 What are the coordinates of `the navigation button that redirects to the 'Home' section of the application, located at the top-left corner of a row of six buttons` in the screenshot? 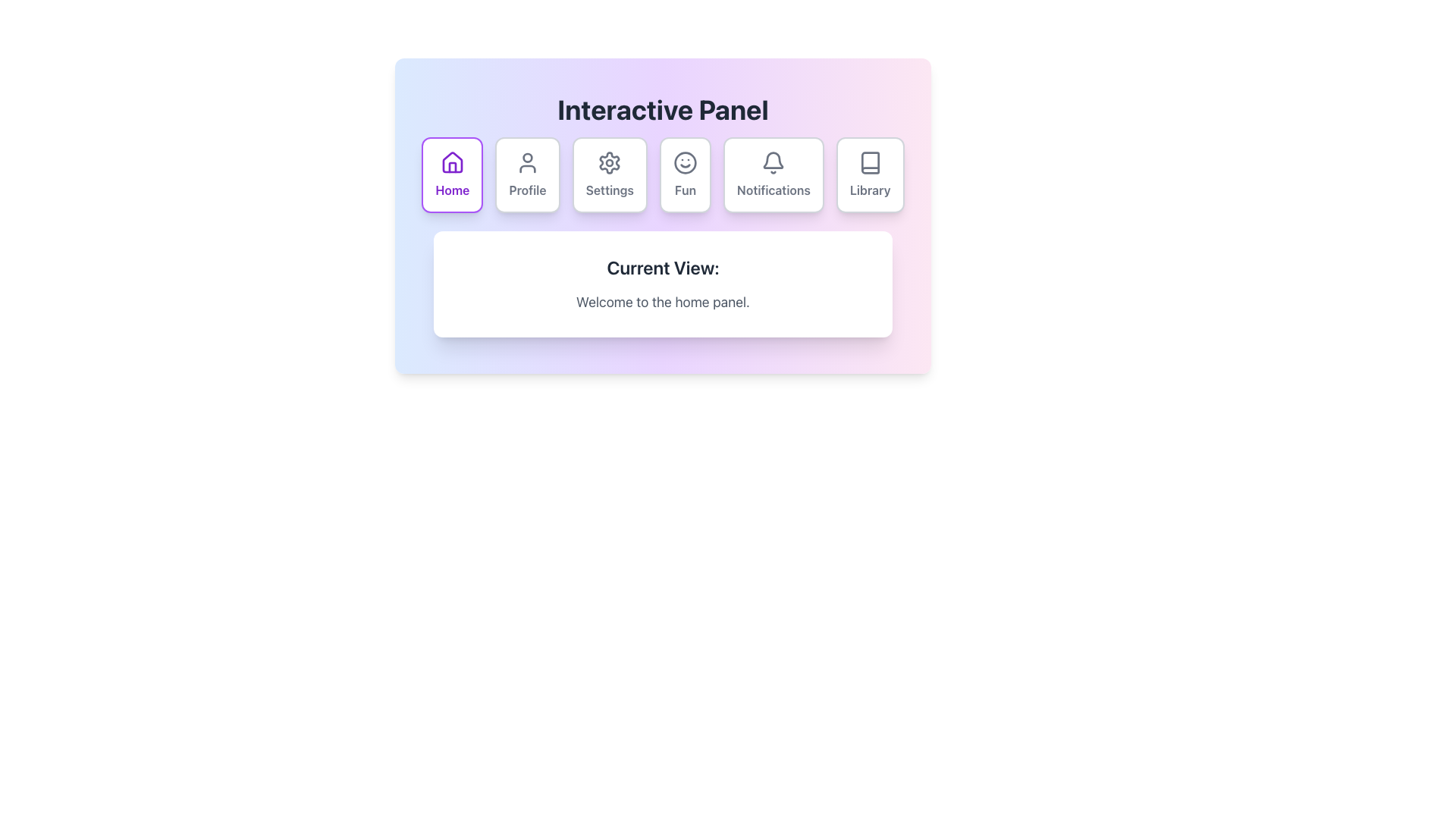 It's located at (451, 174).